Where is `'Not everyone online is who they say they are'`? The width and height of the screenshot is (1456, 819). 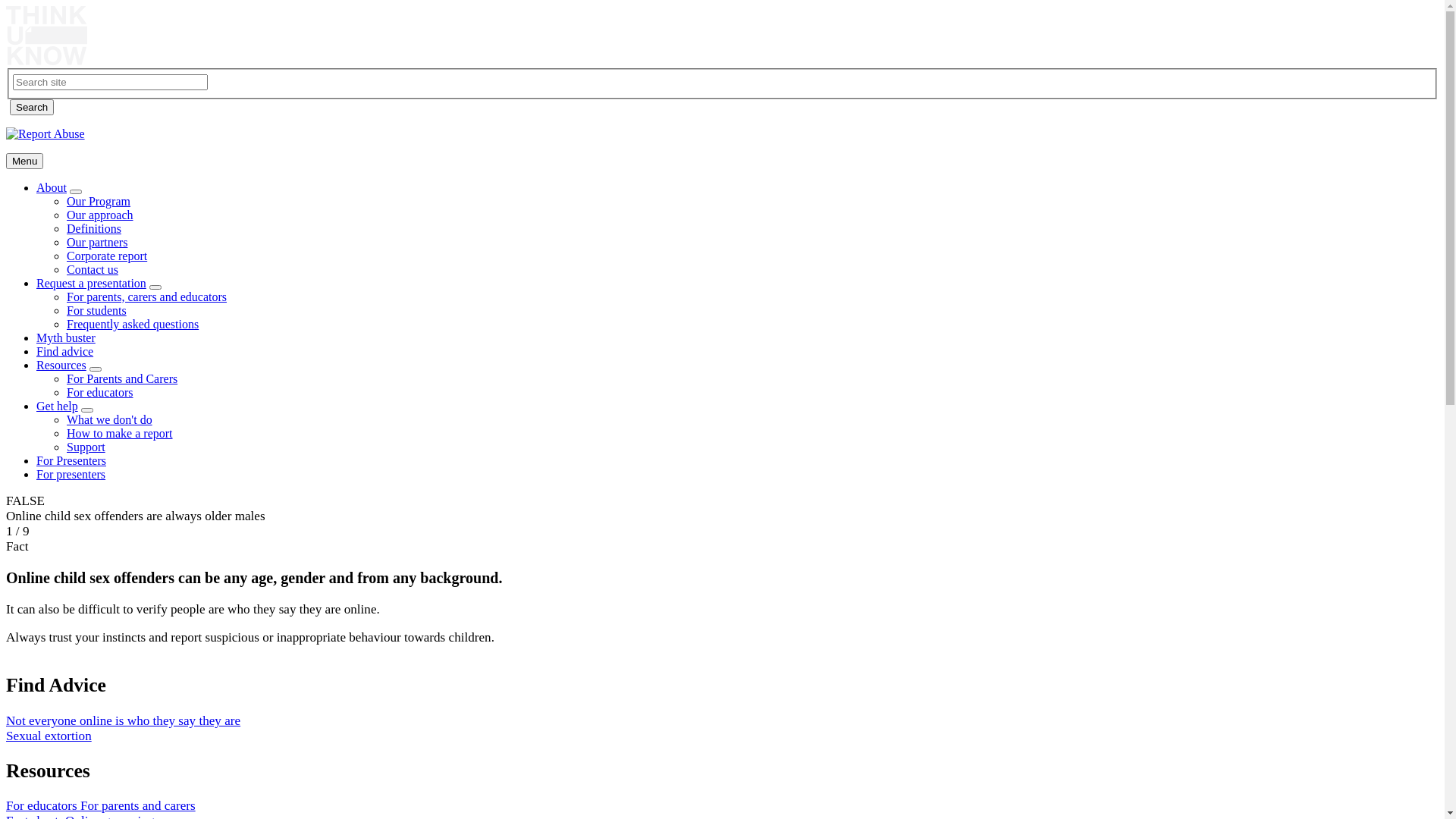 'Not everyone online is who they say they are' is located at coordinates (123, 720).